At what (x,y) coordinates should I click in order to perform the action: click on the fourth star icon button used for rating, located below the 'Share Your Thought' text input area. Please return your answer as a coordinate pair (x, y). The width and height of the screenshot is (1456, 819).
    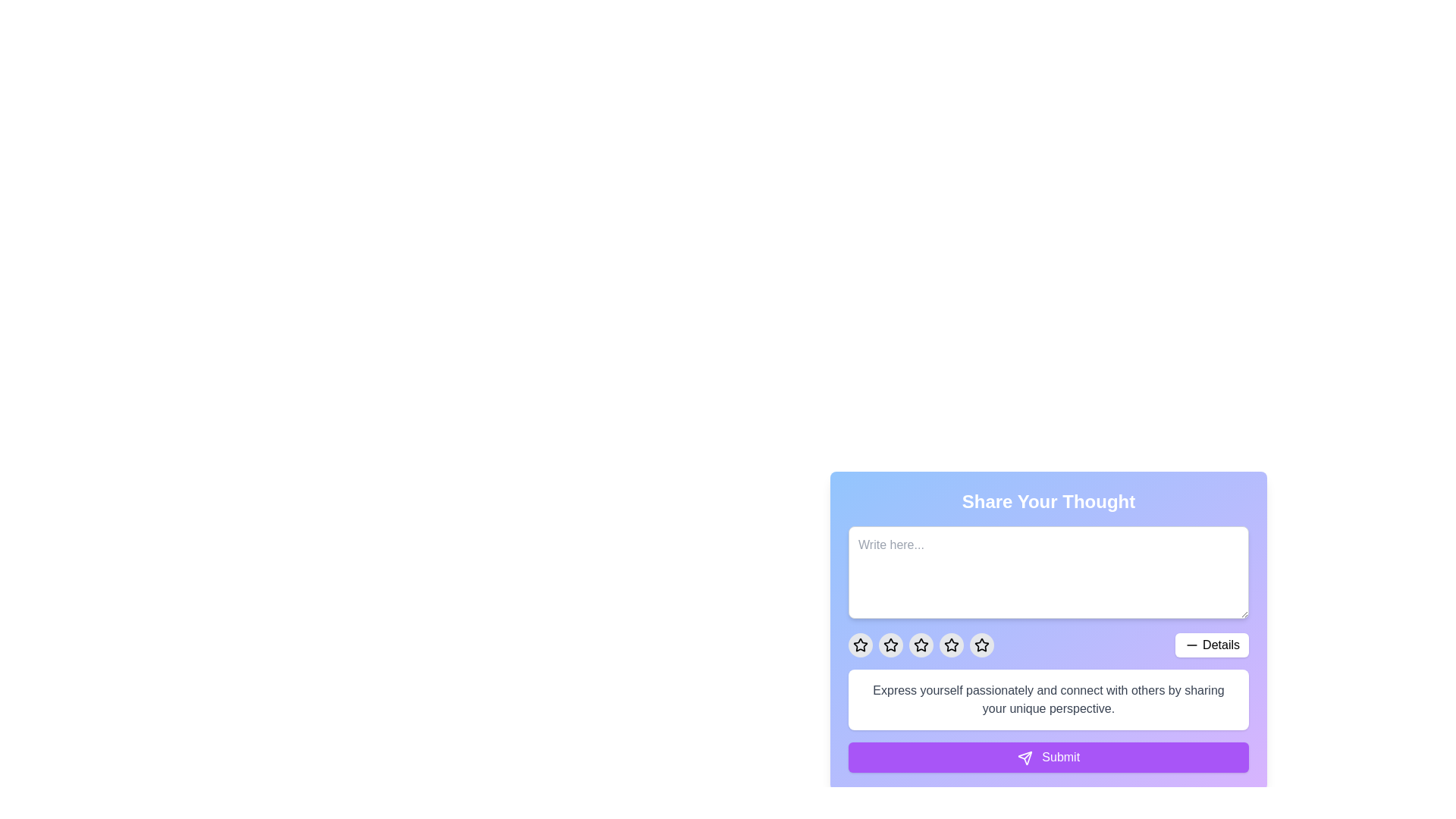
    Looking at the image, I should click on (950, 645).